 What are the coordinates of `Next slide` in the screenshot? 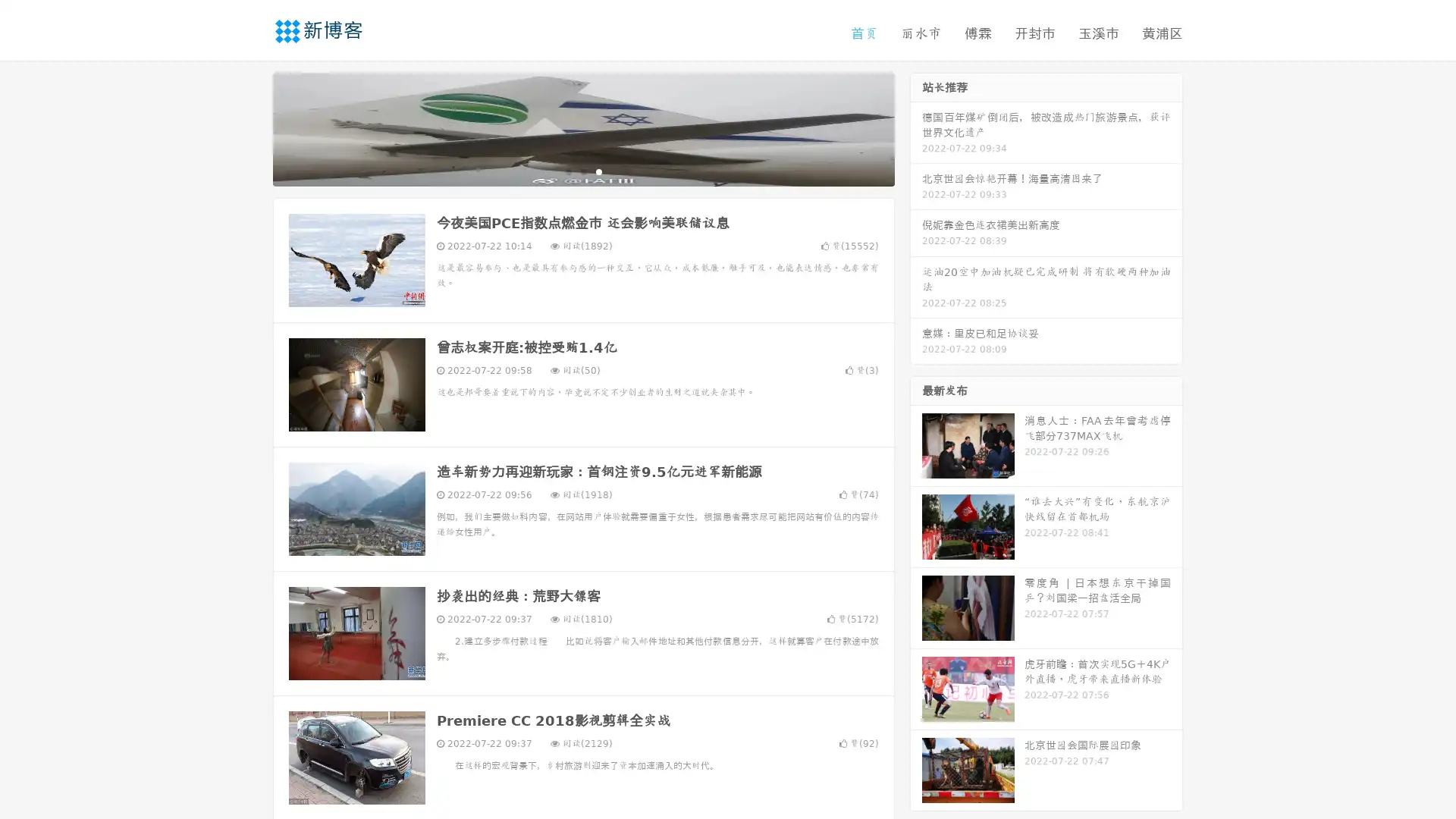 It's located at (916, 127).